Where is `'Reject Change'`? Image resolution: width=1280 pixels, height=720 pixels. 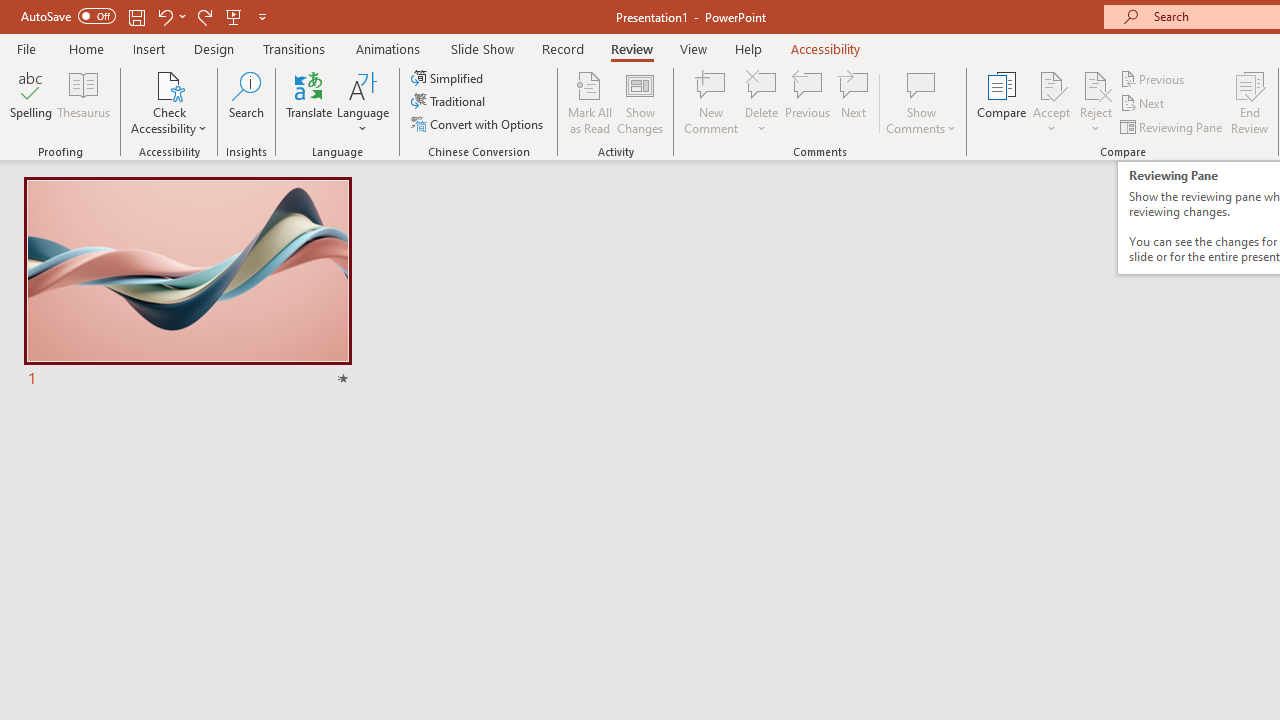
'Reject Change' is located at coordinates (1095, 84).